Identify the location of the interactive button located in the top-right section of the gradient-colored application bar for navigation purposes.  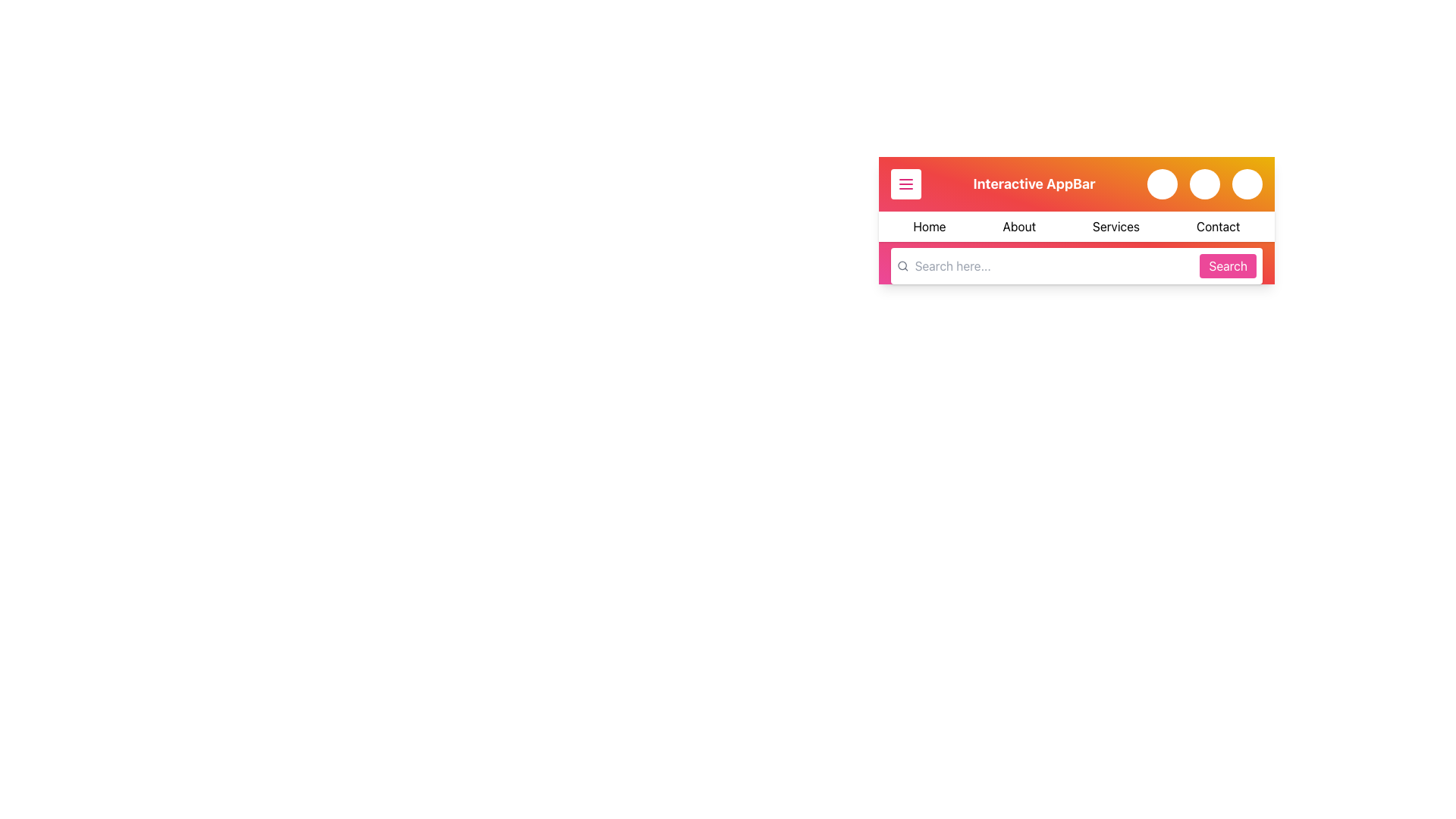
(1203, 184).